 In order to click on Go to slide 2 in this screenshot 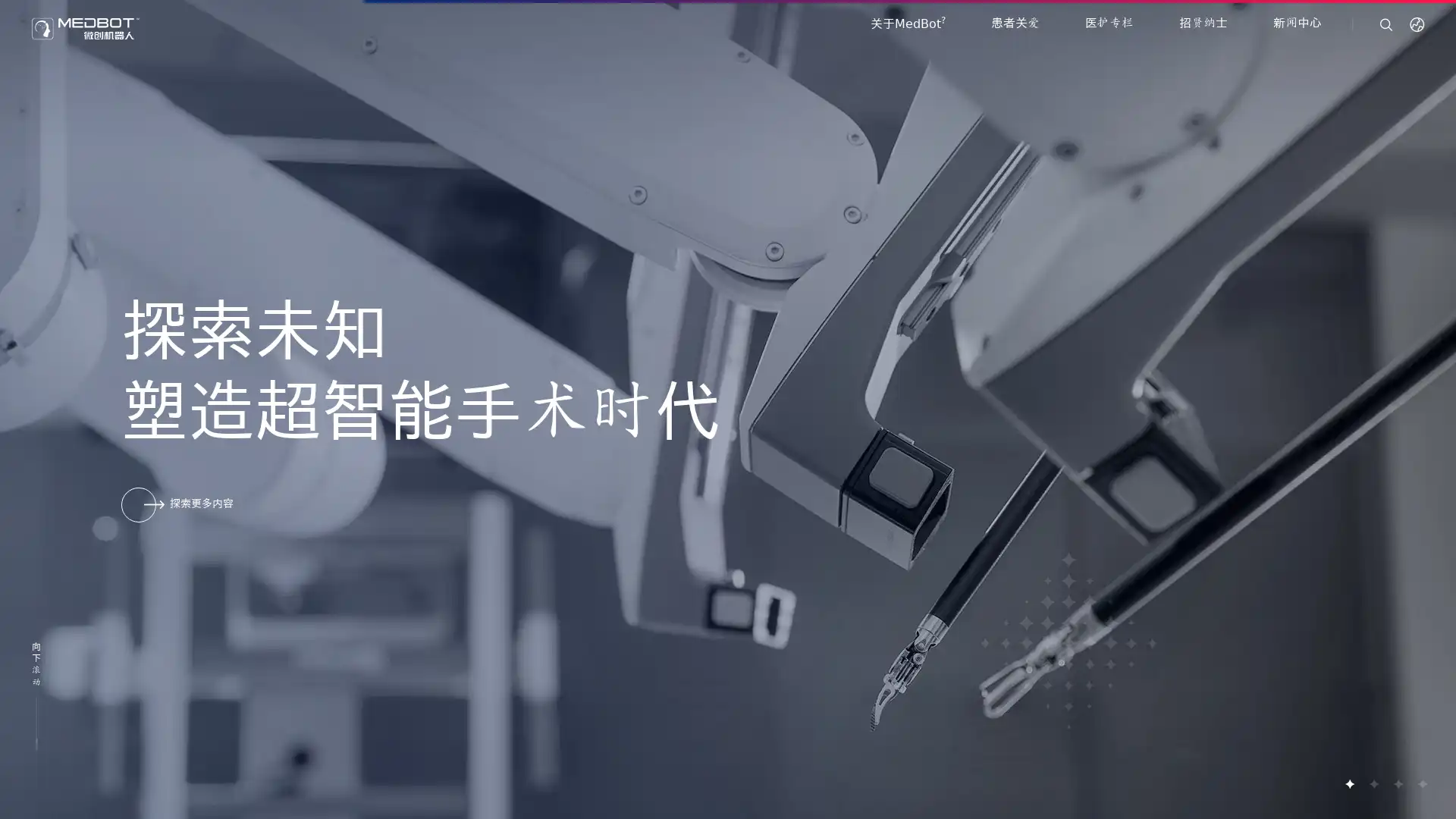, I will do `click(1373, 783)`.